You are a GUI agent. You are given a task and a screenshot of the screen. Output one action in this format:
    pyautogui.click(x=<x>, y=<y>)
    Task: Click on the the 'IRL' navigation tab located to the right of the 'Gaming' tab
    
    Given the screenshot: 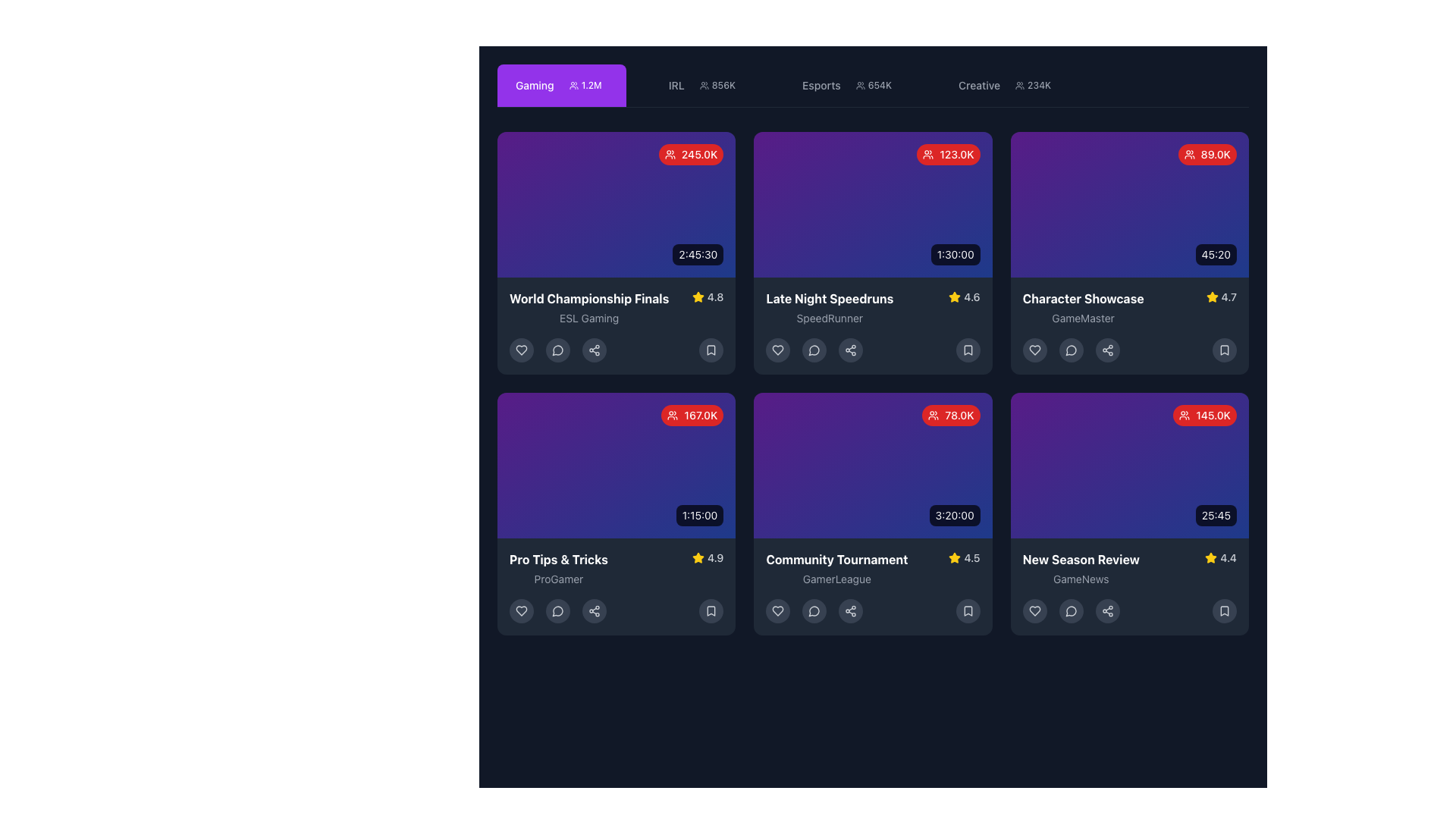 What is the action you would take?
    pyautogui.click(x=704, y=85)
    